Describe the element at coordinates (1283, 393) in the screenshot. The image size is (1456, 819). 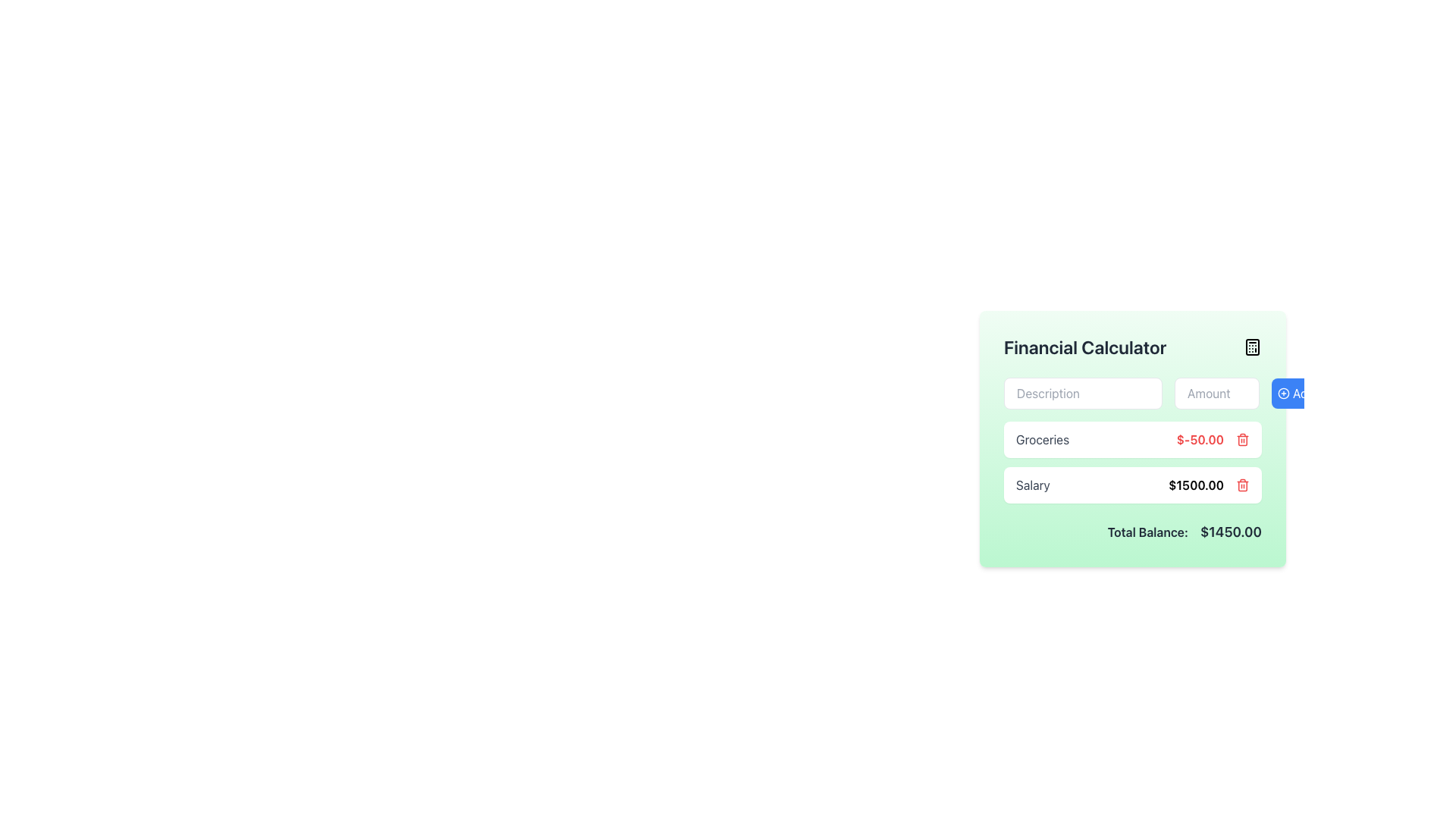
I see `the circular part of the 'circle plus' icon located adjacent to the blue 'Add' button in the financial calculator interface` at that location.